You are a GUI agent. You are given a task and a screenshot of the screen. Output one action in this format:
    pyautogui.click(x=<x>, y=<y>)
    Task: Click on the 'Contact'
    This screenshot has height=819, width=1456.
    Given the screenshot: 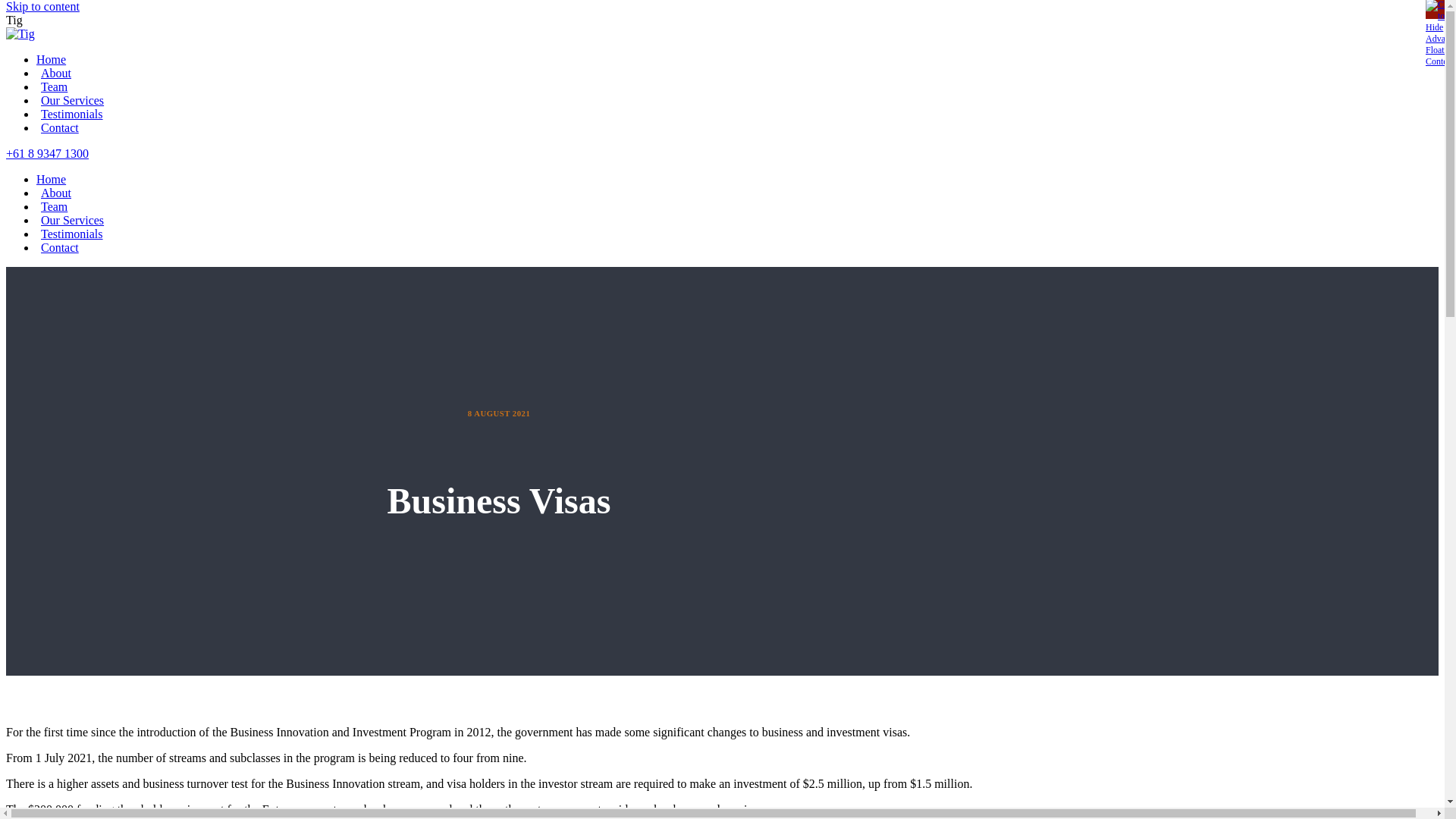 What is the action you would take?
    pyautogui.click(x=58, y=127)
    